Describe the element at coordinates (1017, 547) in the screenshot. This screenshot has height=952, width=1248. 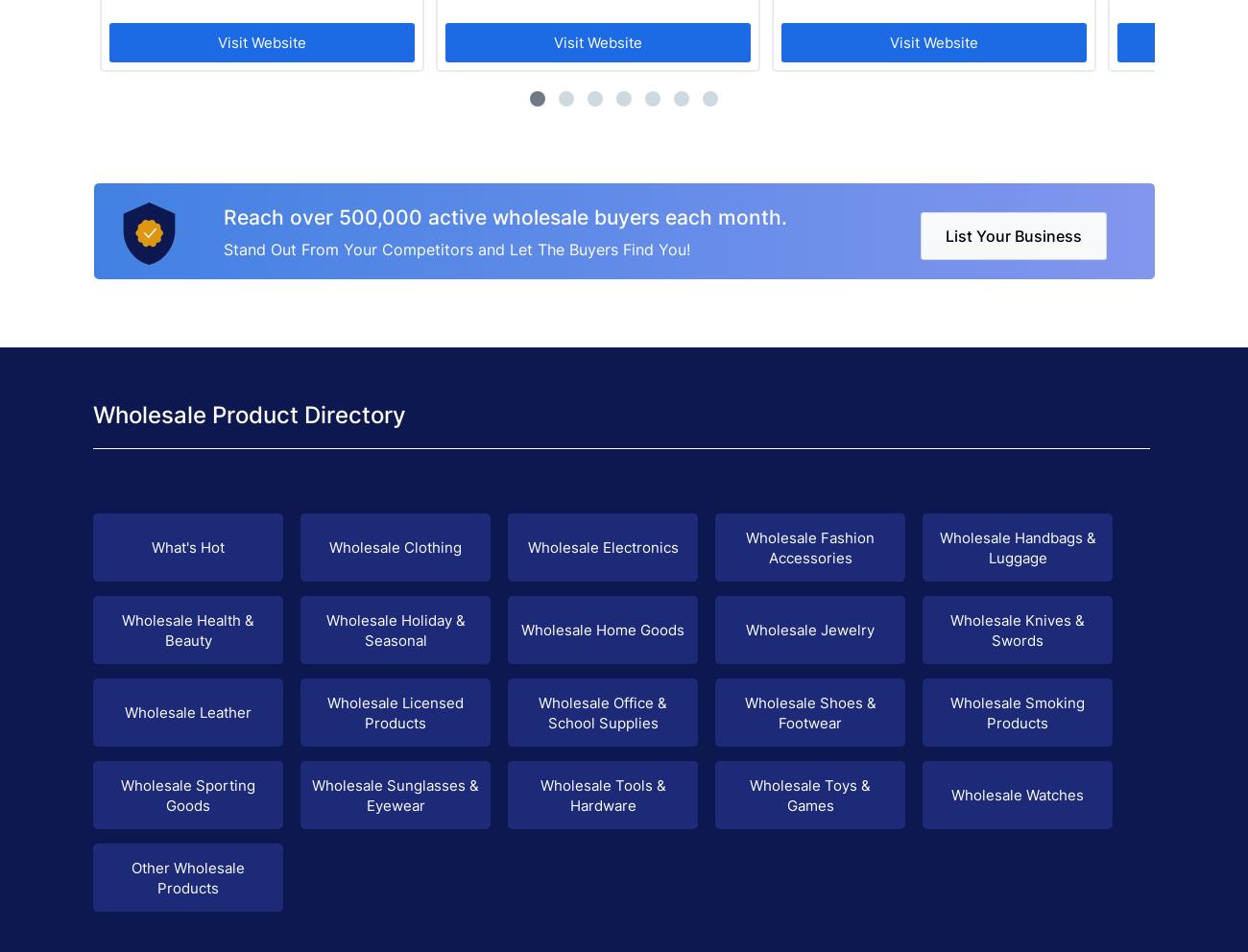
I see `'Wholesale Handbags & Luggage'` at that location.